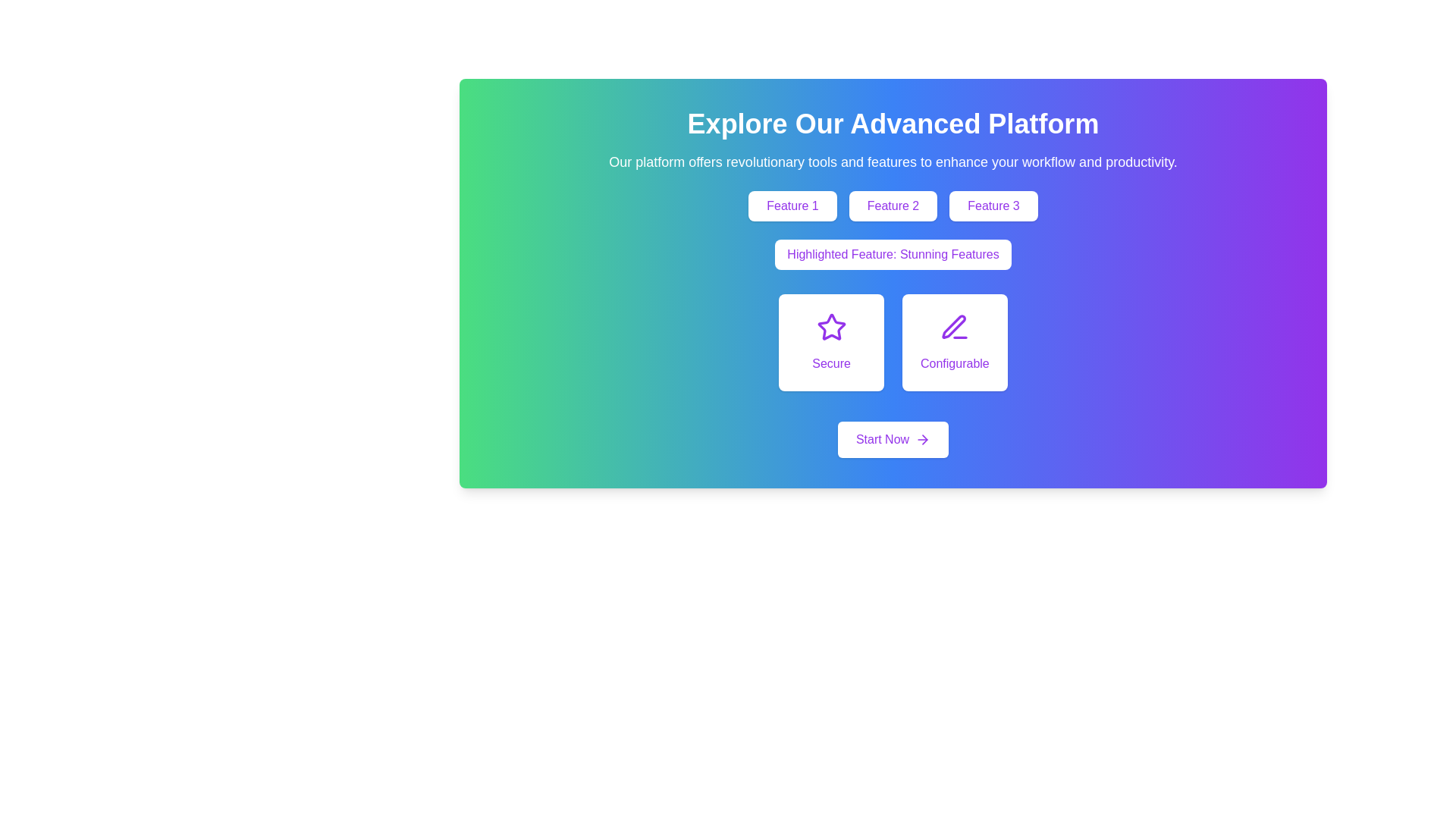  Describe the element at coordinates (830, 363) in the screenshot. I see `the static text label reading 'Secure', which is styled in purple and located below the star icon` at that location.